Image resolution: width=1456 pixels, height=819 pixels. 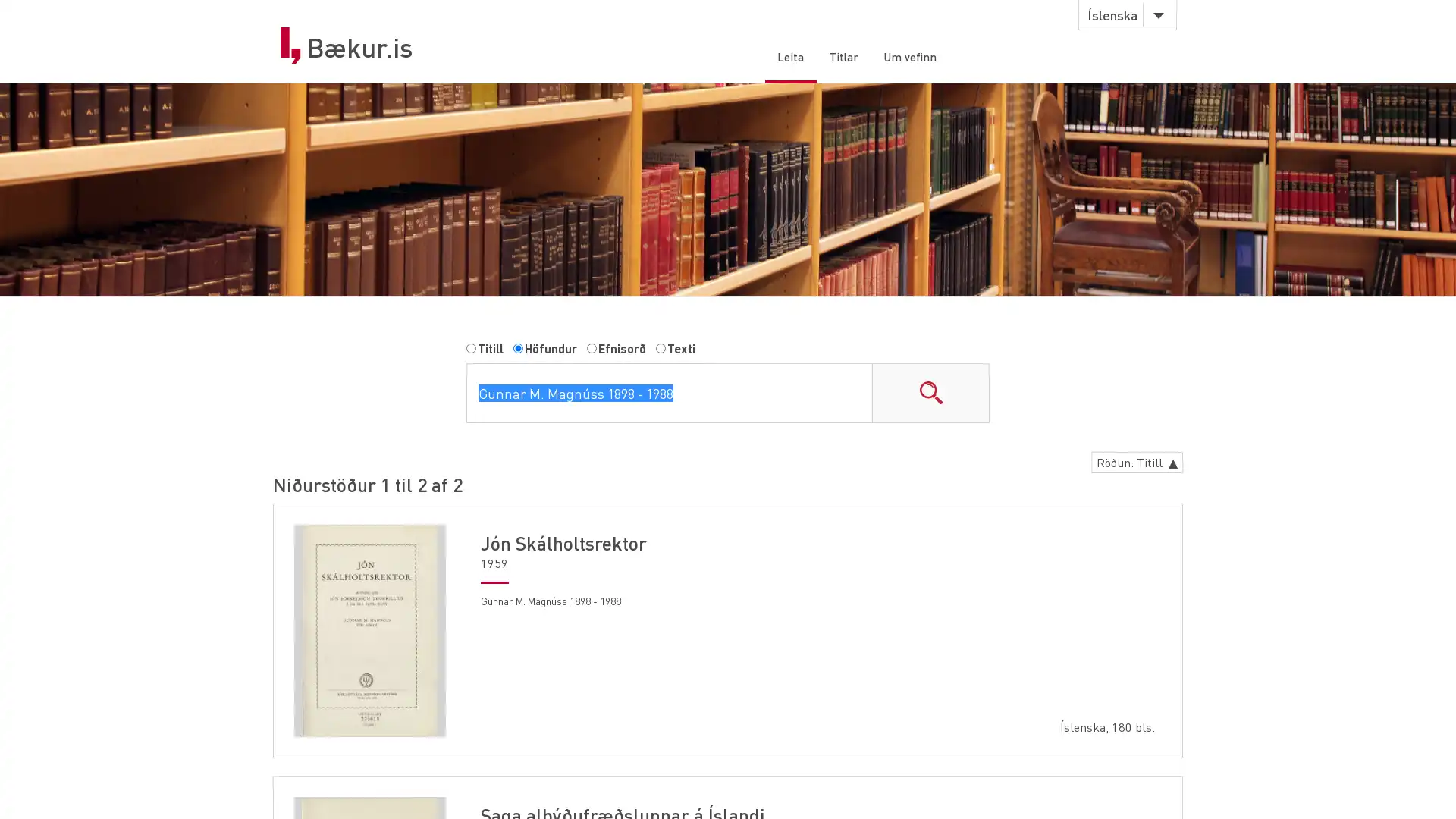 What do you see at coordinates (930, 394) in the screenshot?
I see `search` at bounding box center [930, 394].